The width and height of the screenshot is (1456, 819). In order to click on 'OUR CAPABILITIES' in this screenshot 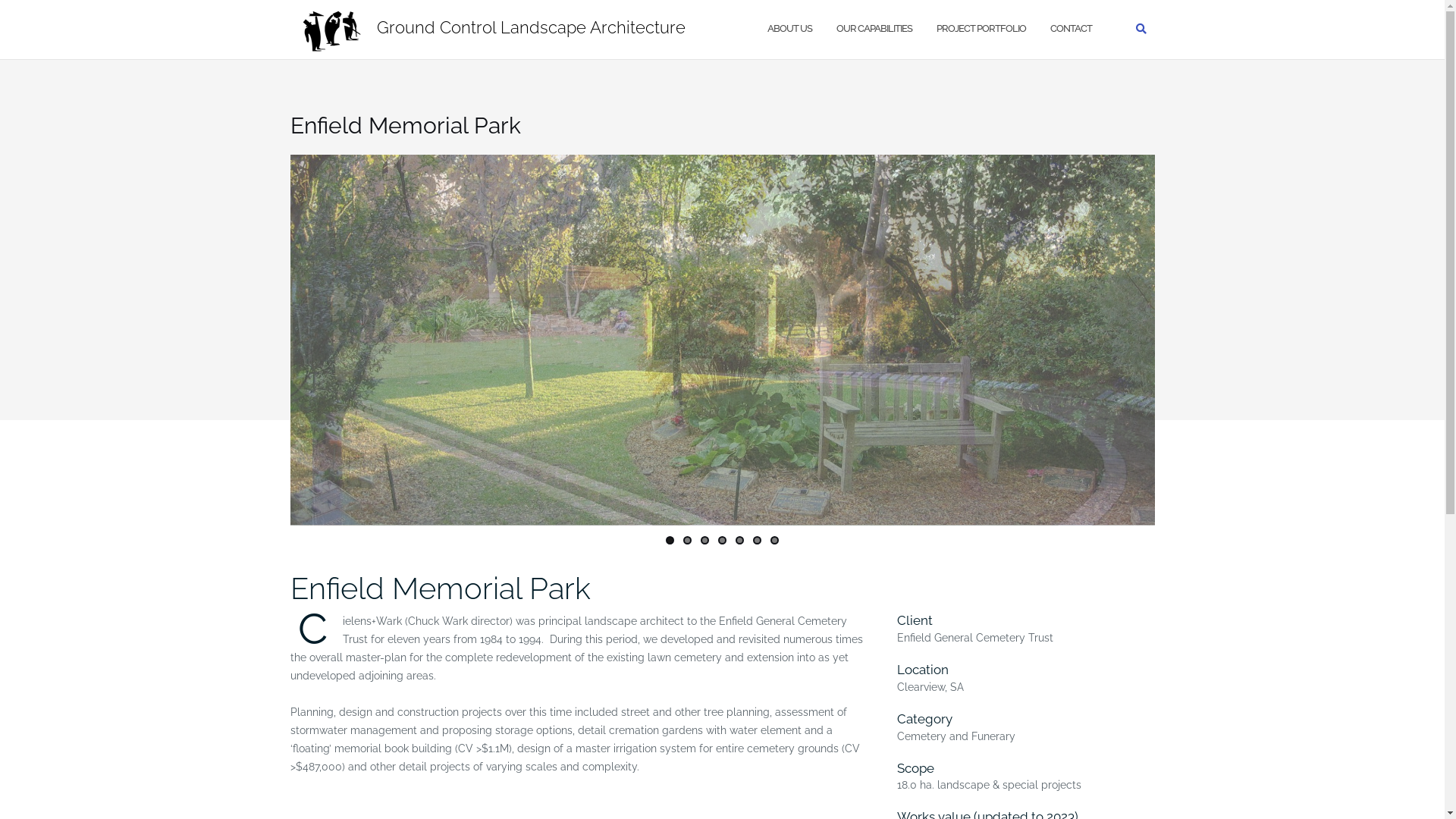, I will do `click(835, 29)`.